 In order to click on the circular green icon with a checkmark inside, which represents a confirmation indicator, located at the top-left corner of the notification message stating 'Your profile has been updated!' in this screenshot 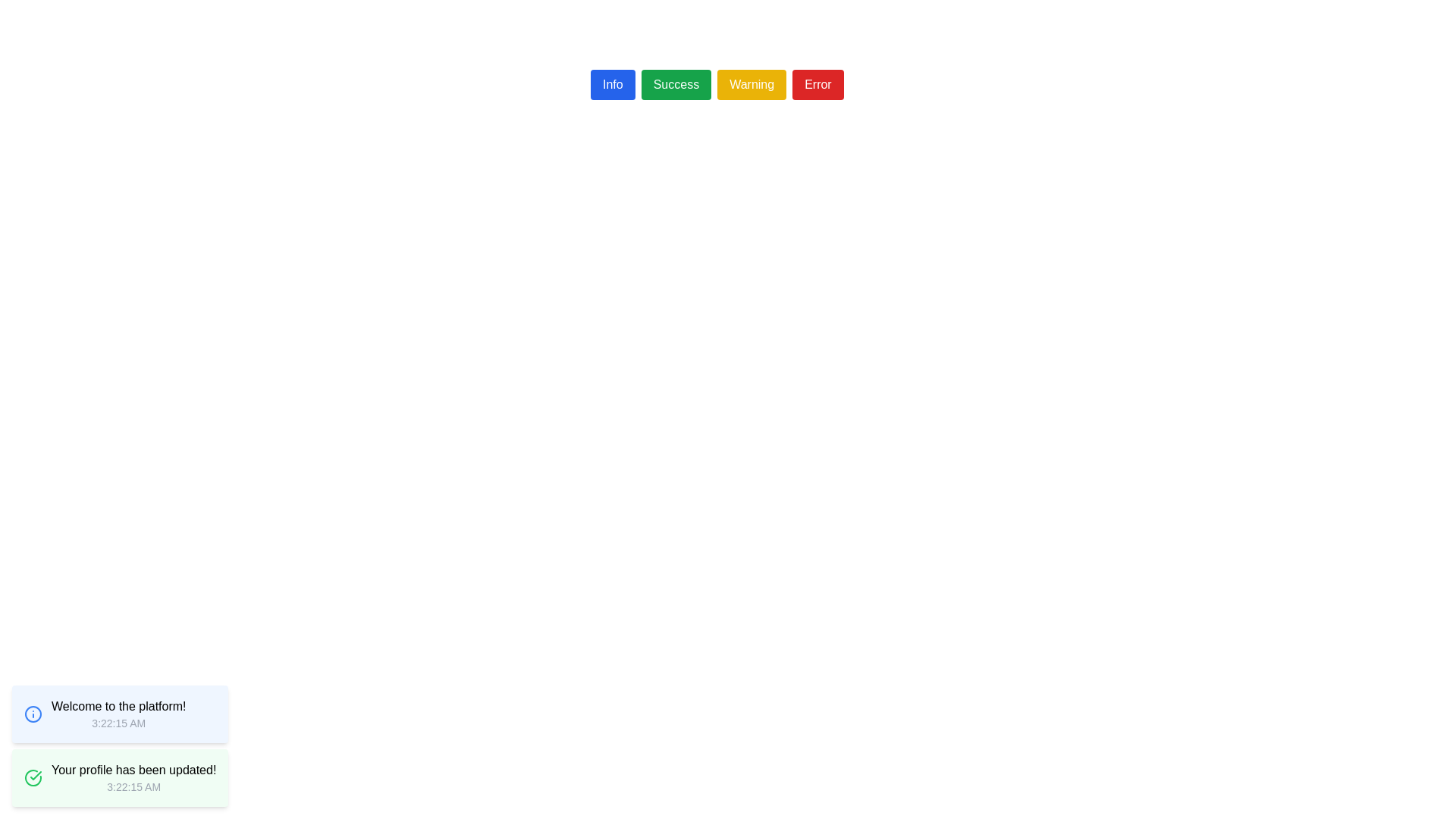, I will do `click(33, 778)`.